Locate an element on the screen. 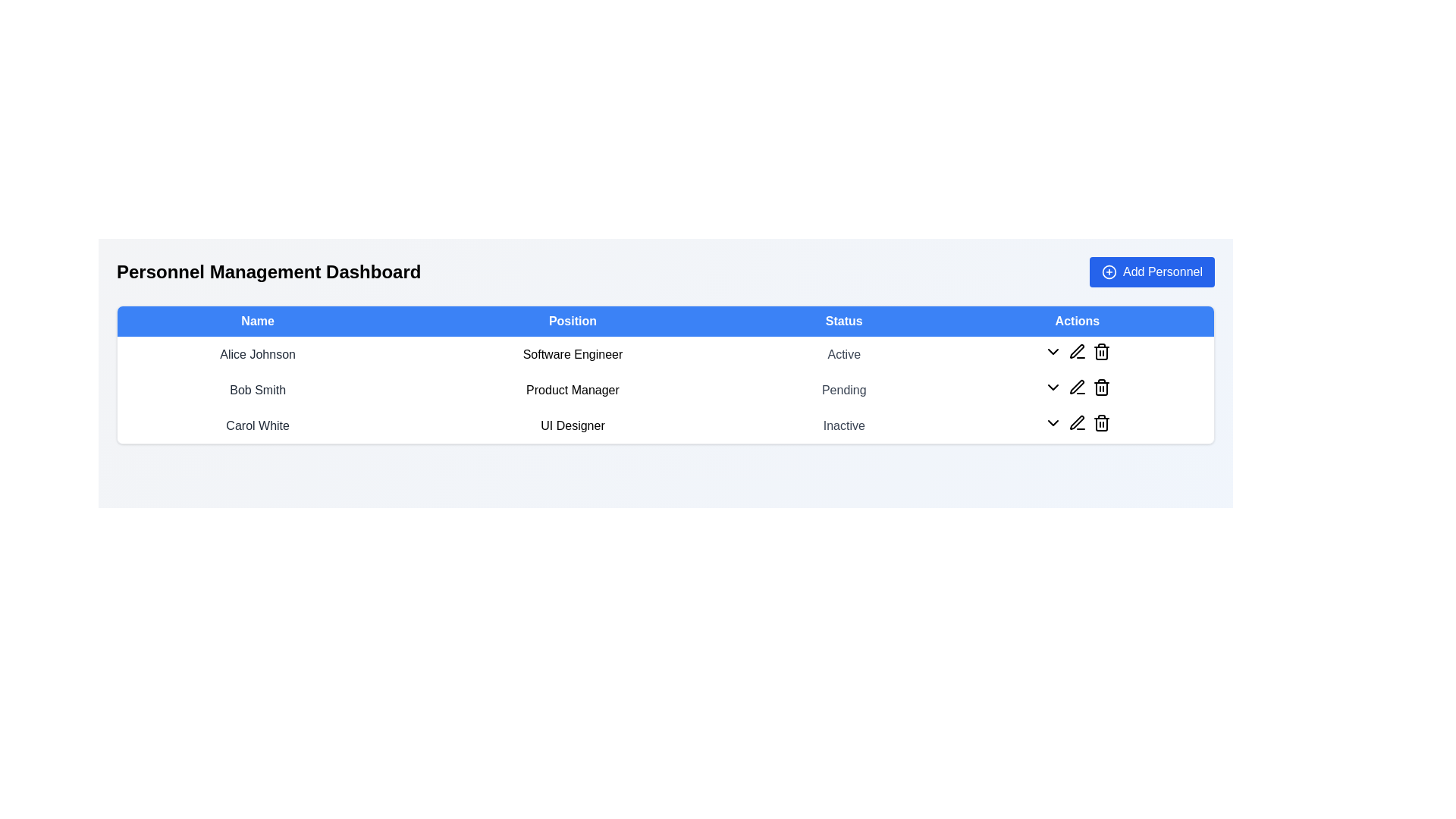 The width and height of the screenshot is (1456, 819). the black chevron icon button in the 'Actions' column for the user 'Carol White' is located at coordinates (1051, 423).